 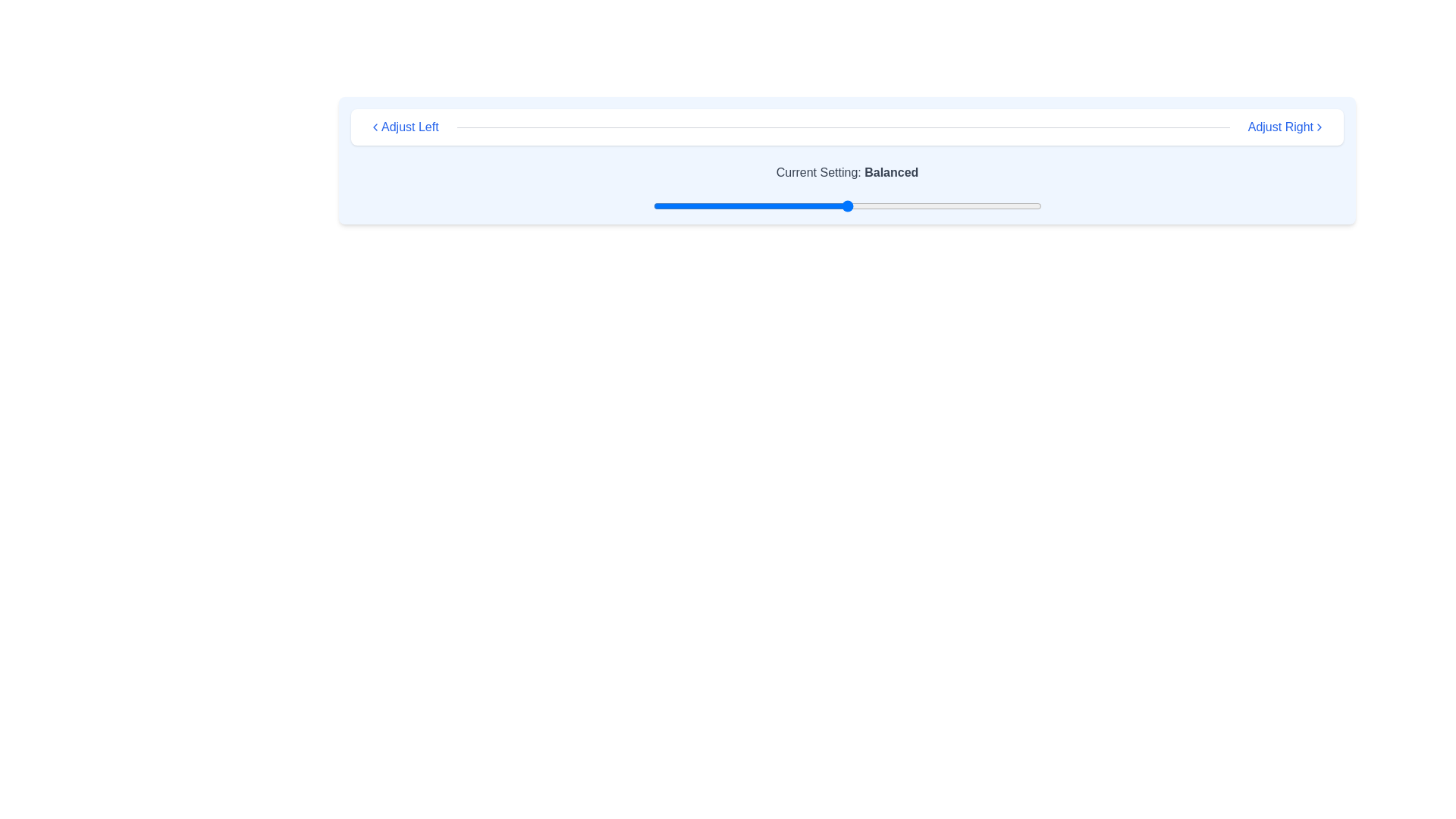 I want to click on the slider, so click(x=886, y=206).